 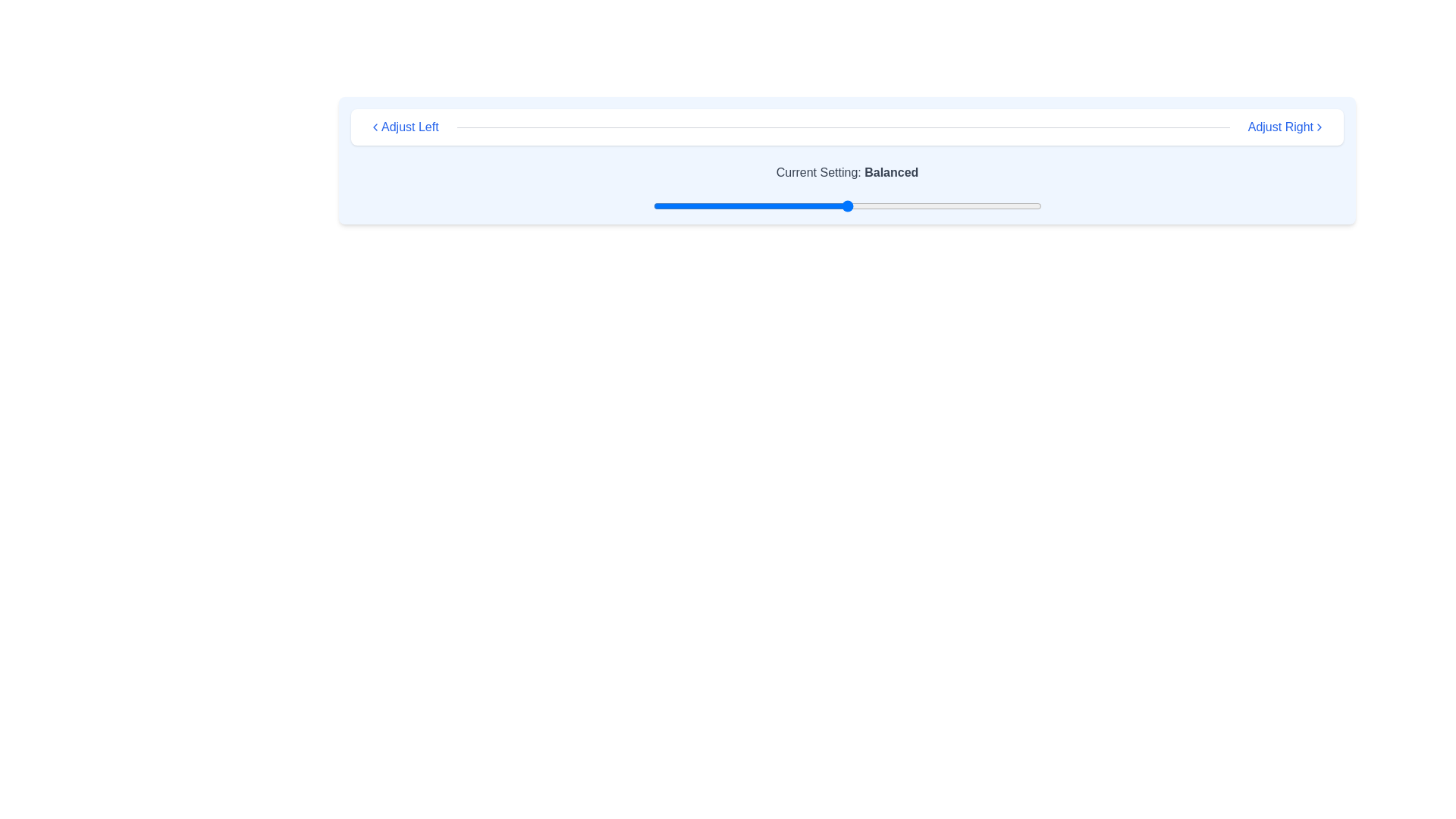 I want to click on the slider, so click(x=886, y=206).